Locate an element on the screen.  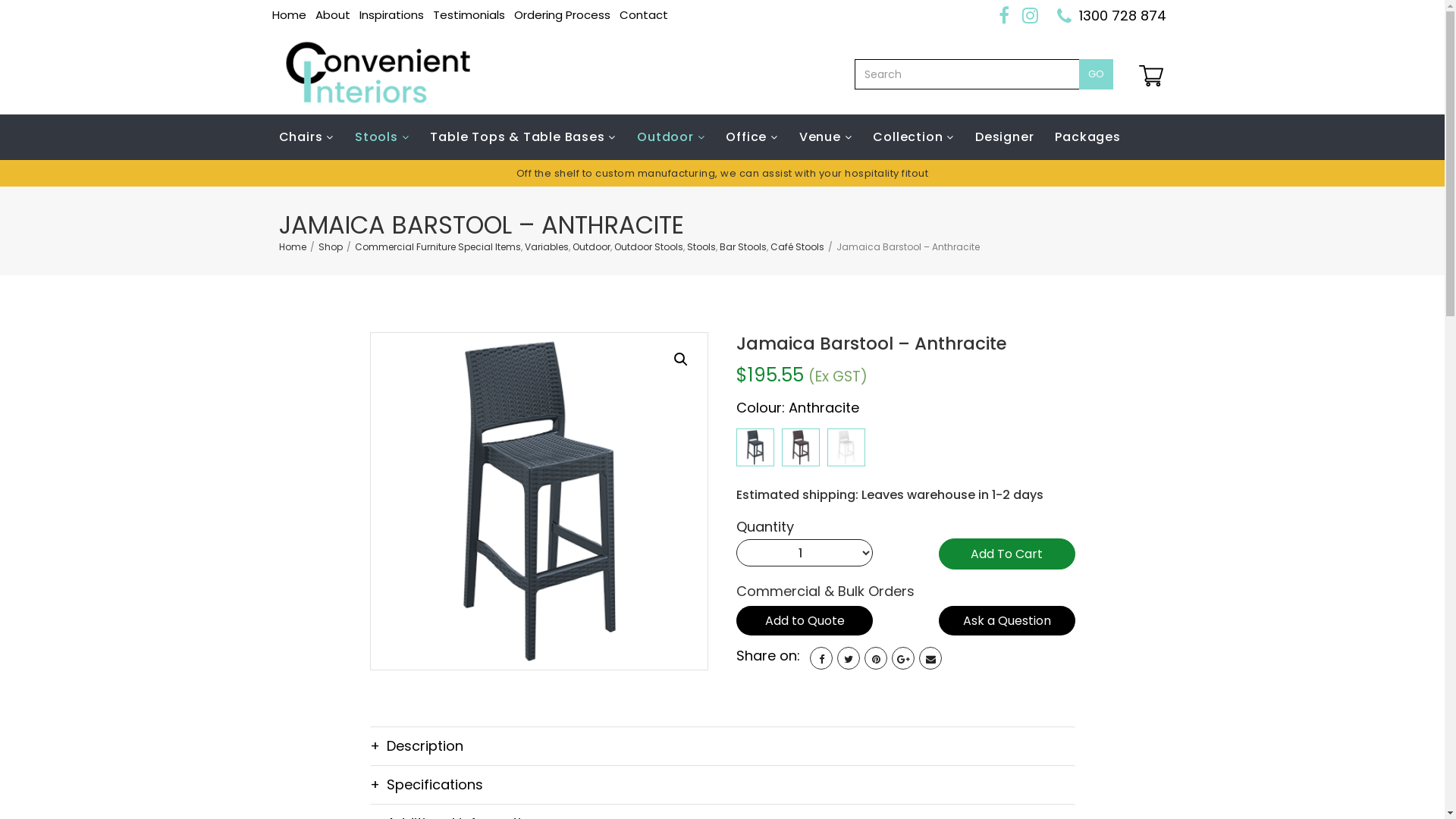
'Home' is located at coordinates (288, 14).